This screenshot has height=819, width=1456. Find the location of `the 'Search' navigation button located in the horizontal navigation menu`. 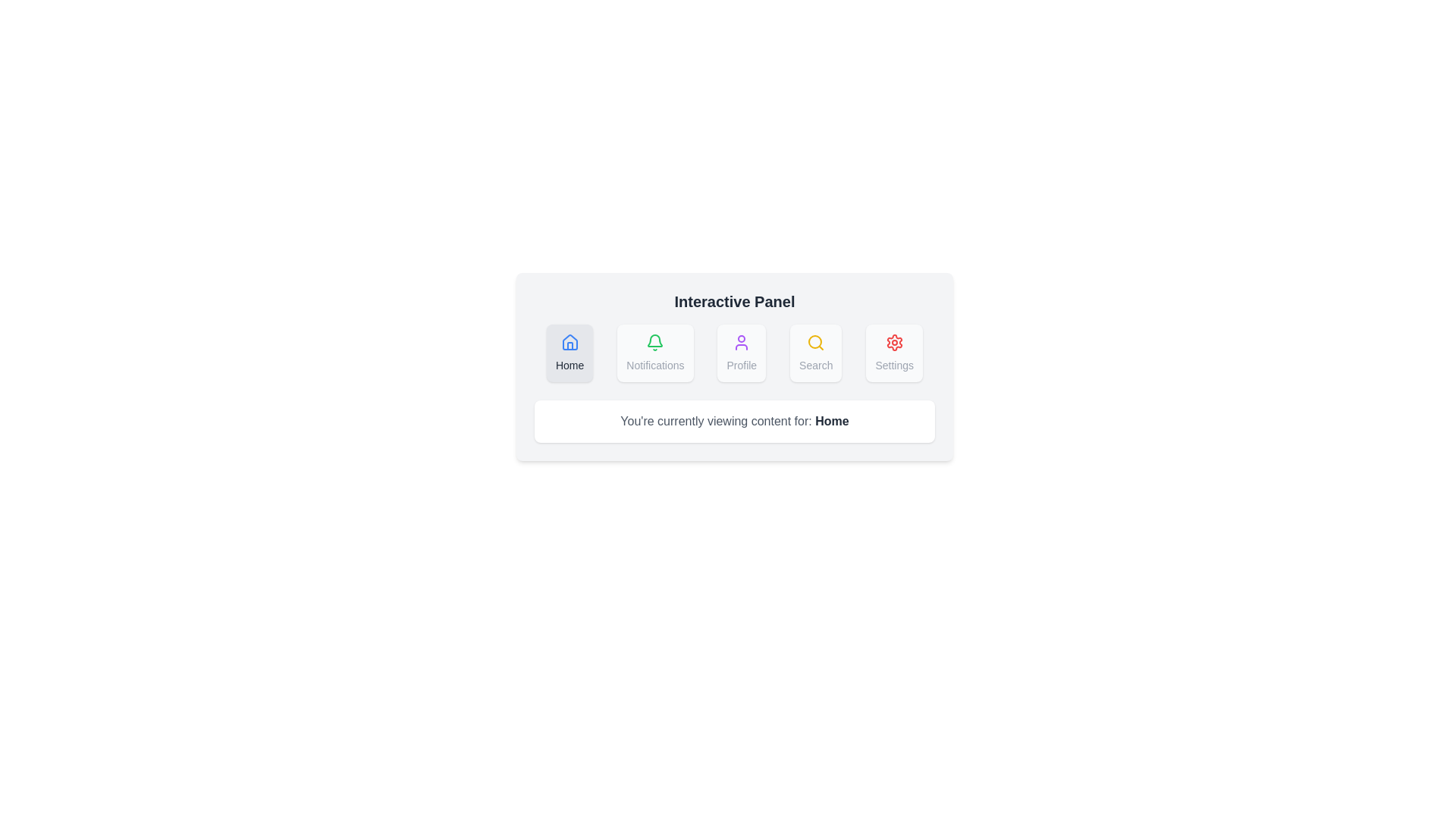

the 'Search' navigation button located in the horizontal navigation menu is located at coordinates (815, 353).